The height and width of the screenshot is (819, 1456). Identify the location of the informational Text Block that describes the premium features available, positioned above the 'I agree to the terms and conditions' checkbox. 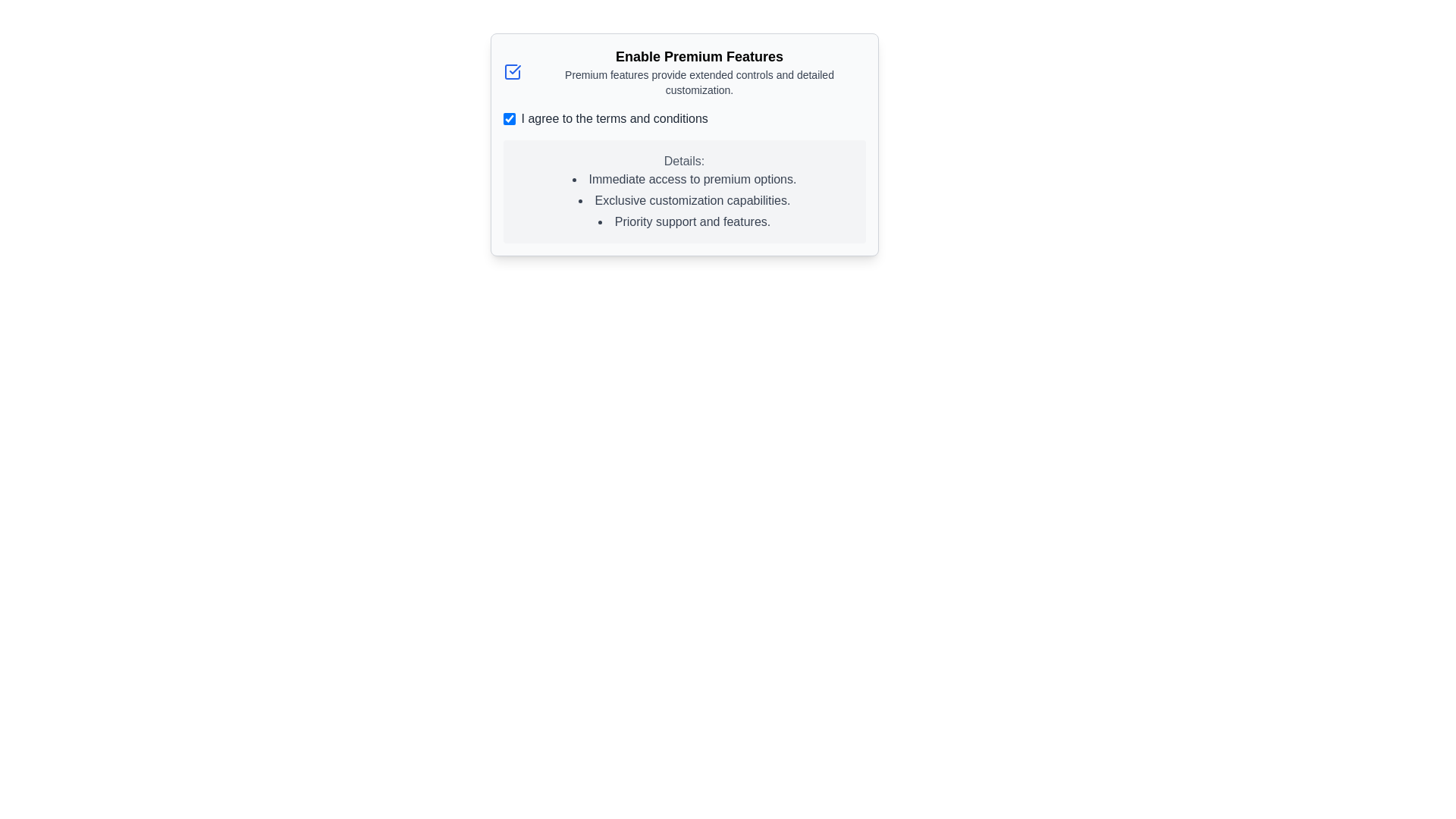
(683, 72).